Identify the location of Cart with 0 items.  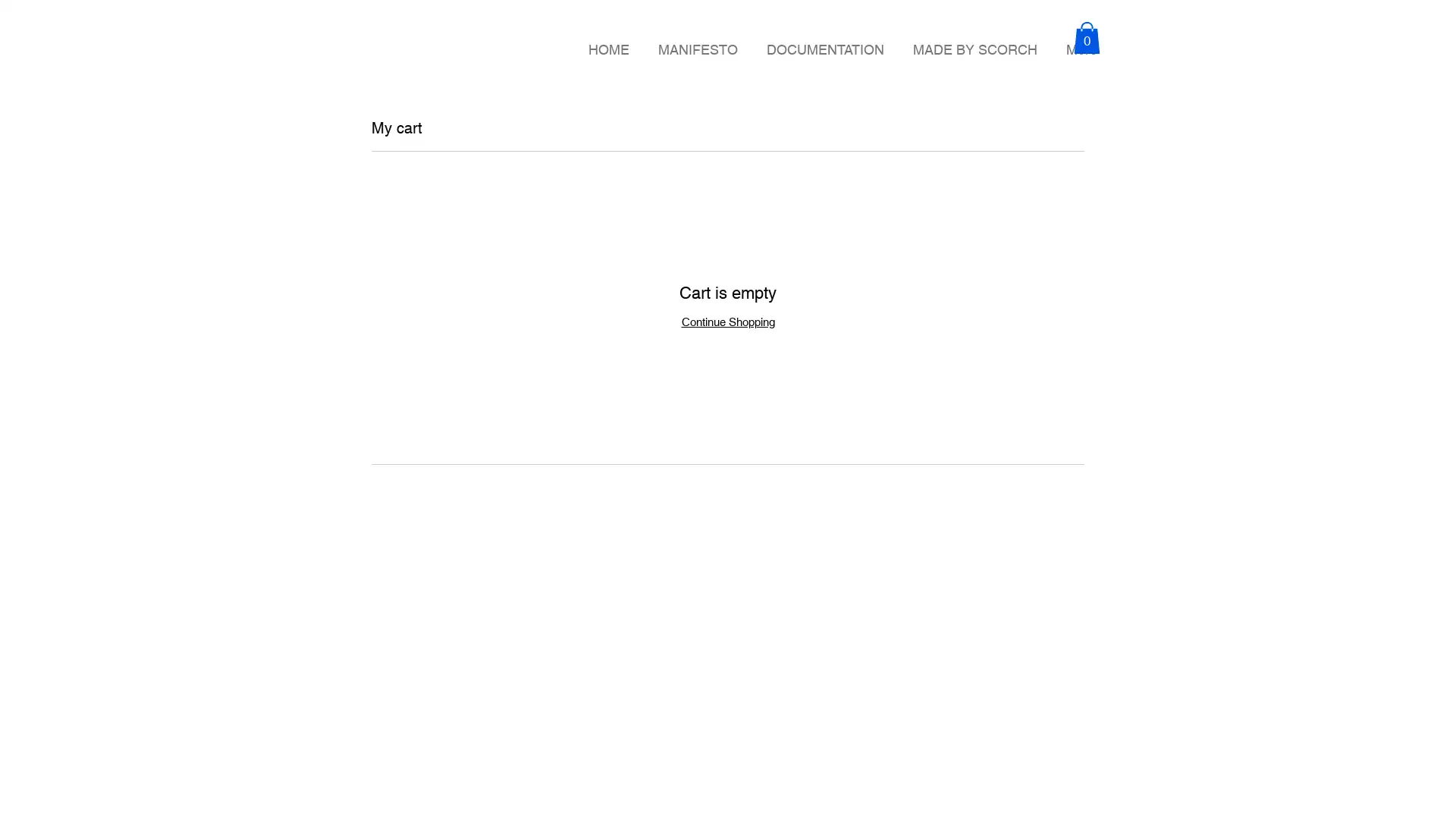
(1086, 36).